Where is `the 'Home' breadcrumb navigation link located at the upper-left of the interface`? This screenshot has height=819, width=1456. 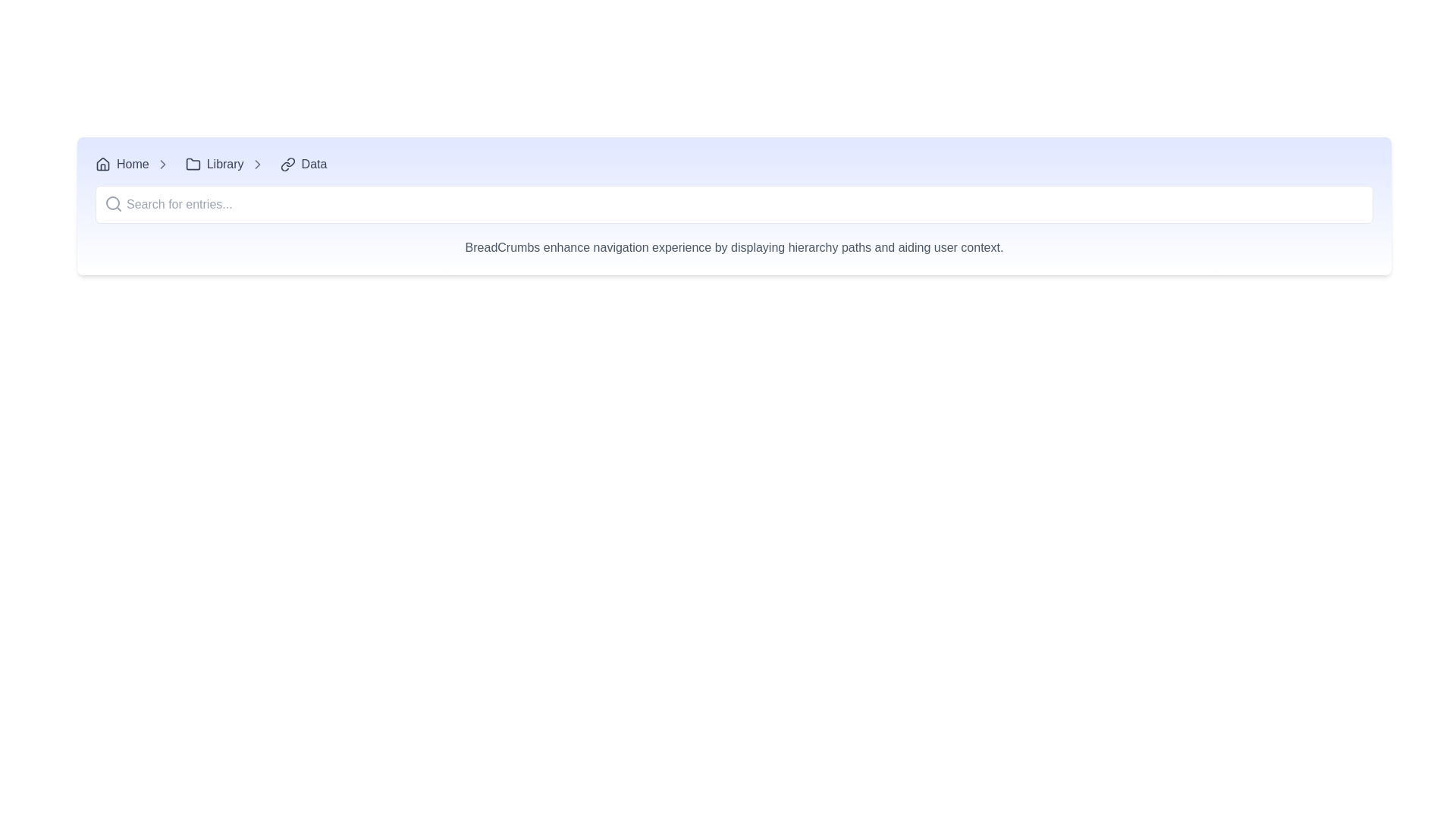 the 'Home' breadcrumb navigation link located at the upper-left of the interface is located at coordinates (136, 164).